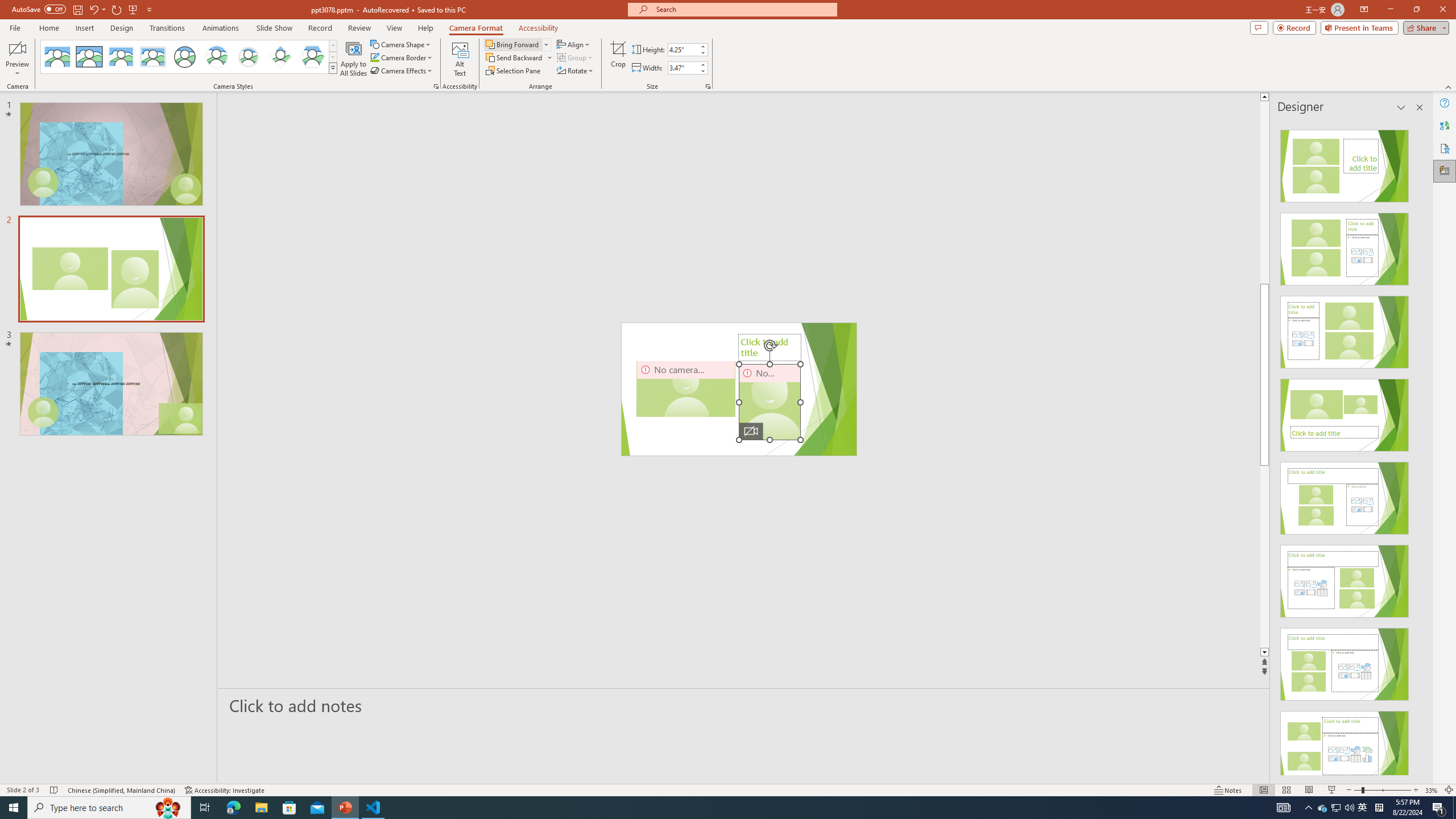 This screenshot has height=819, width=1456. I want to click on 'Simple Frame Rectangle', so click(88, 56).